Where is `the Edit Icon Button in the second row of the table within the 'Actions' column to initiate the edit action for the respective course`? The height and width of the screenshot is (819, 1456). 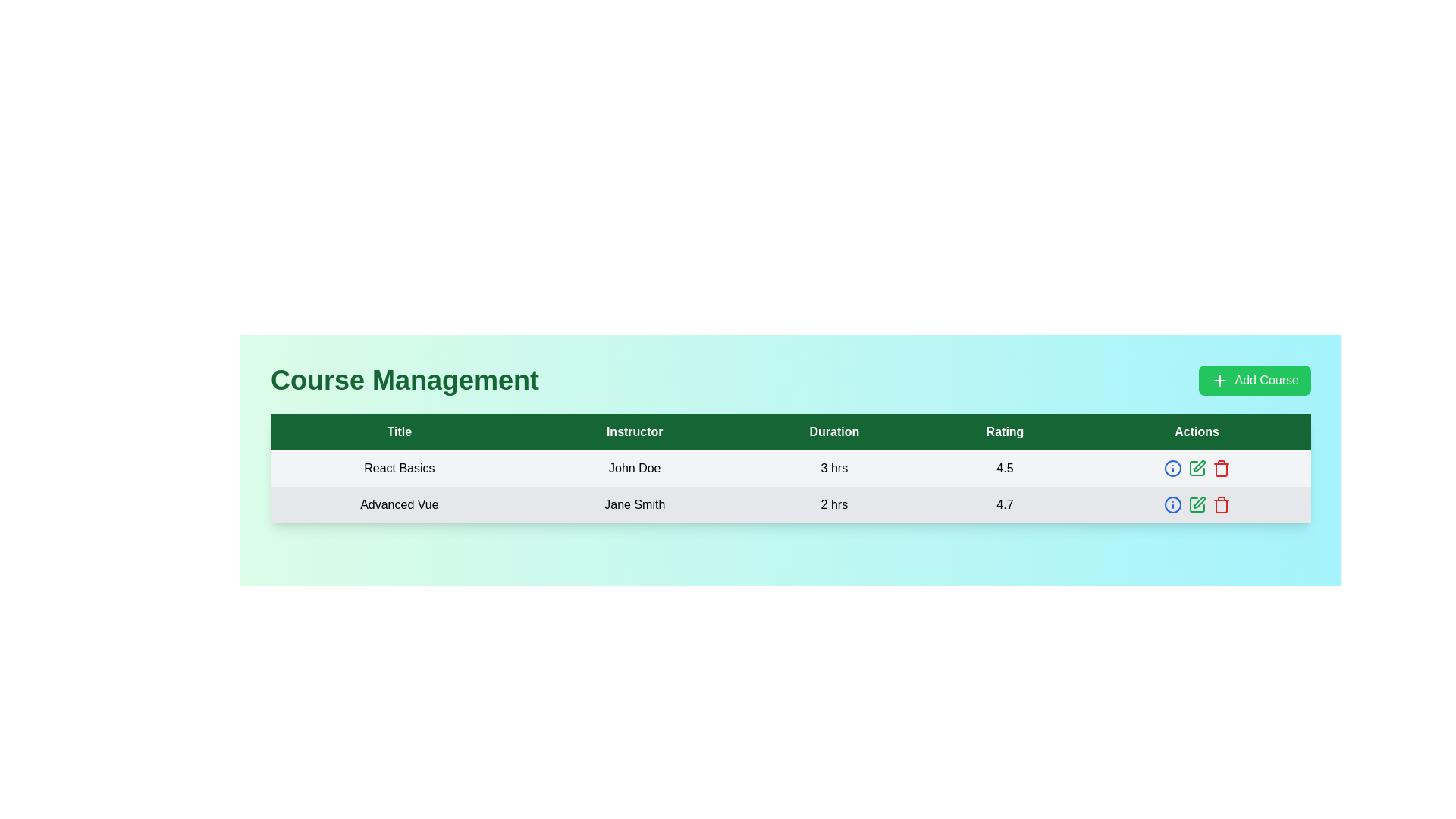
the Edit Icon Button in the second row of the table within the 'Actions' column to initiate the edit action for the respective course is located at coordinates (1198, 465).